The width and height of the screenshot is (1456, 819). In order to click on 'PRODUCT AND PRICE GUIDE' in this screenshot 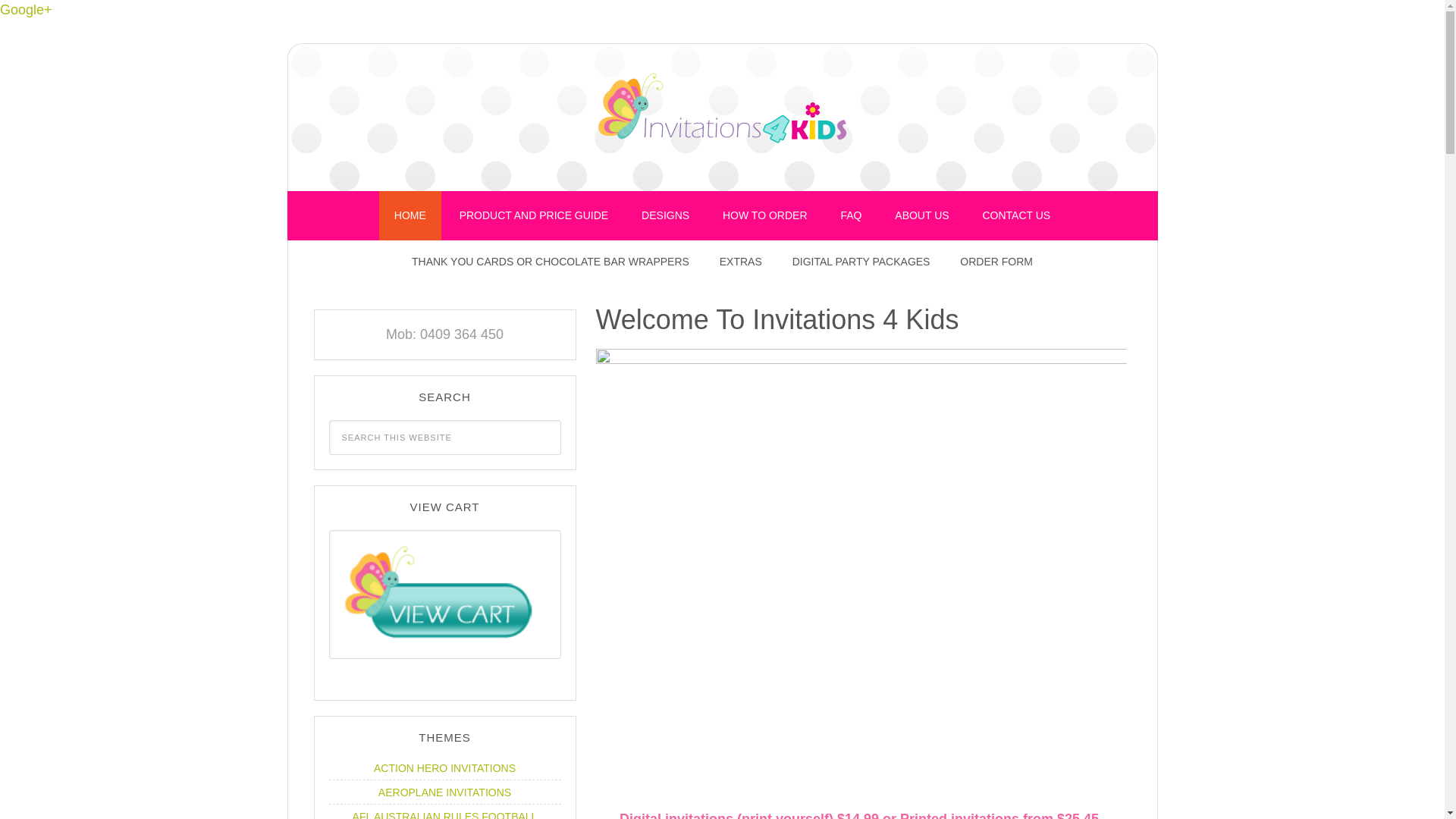, I will do `click(534, 215)`.